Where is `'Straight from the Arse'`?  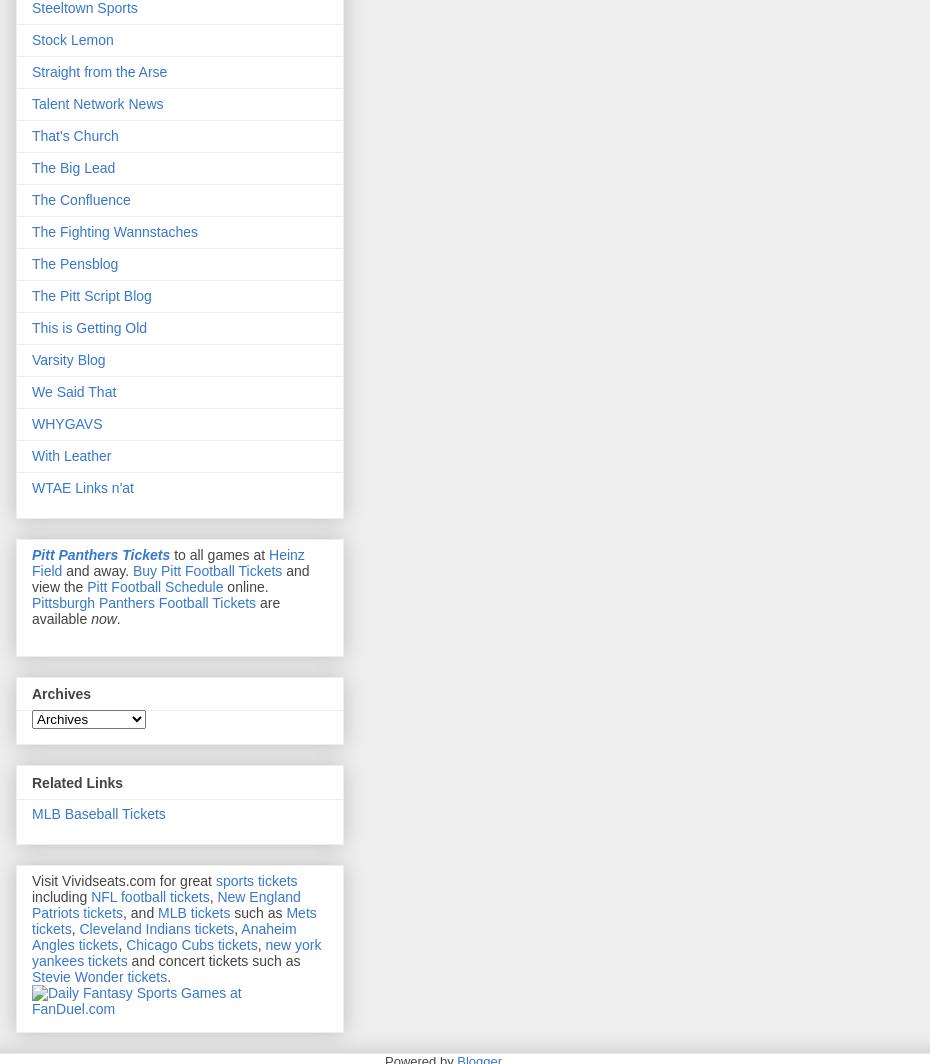 'Straight from the Arse' is located at coordinates (99, 72).